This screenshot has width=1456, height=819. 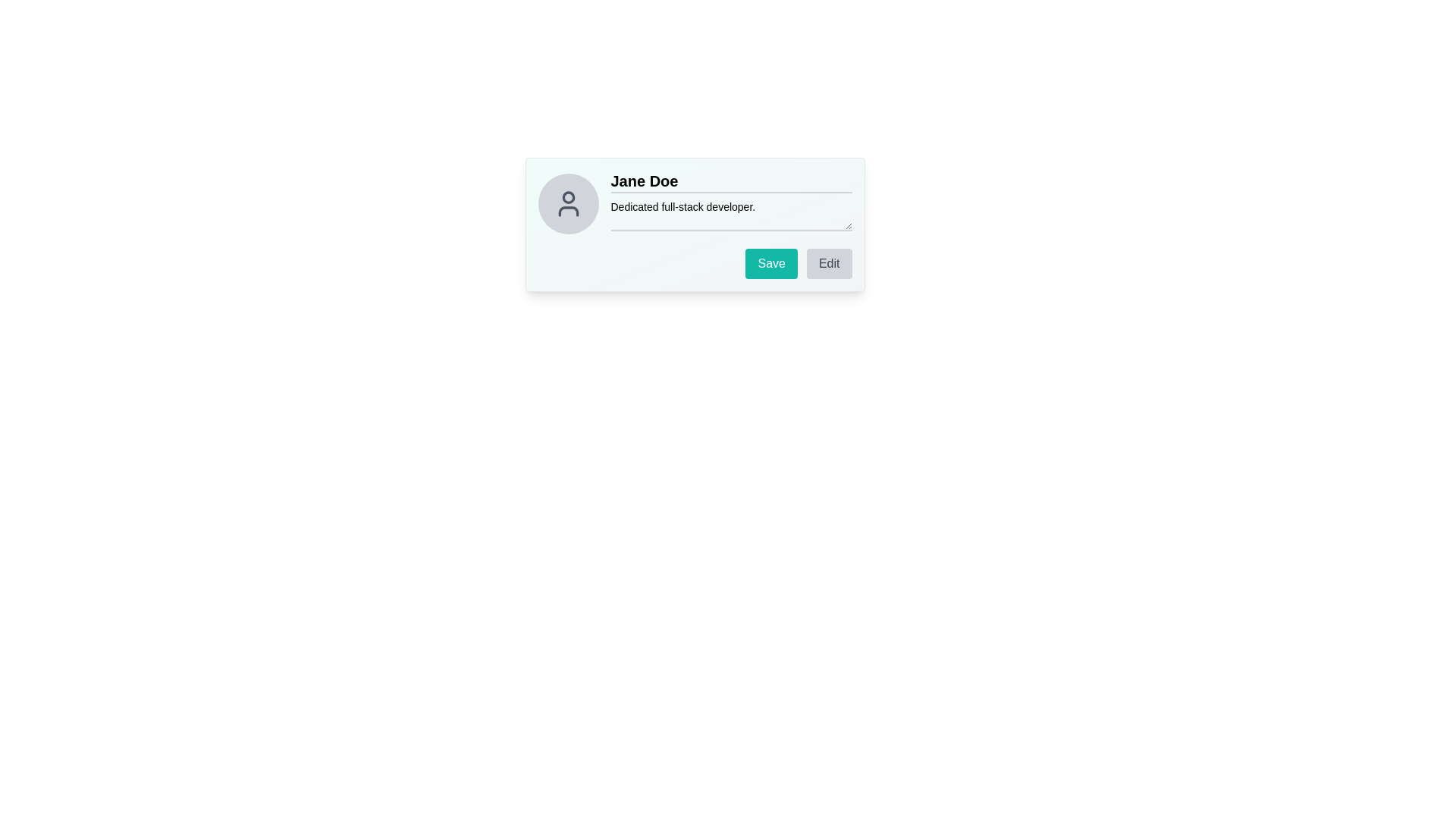 What do you see at coordinates (771, 262) in the screenshot?
I see `the 'Save' button, which is a rectangular button with rounded corners, teal background, and white text, located at the bottom-right of a user card interface` at bounding box center [771, 262].